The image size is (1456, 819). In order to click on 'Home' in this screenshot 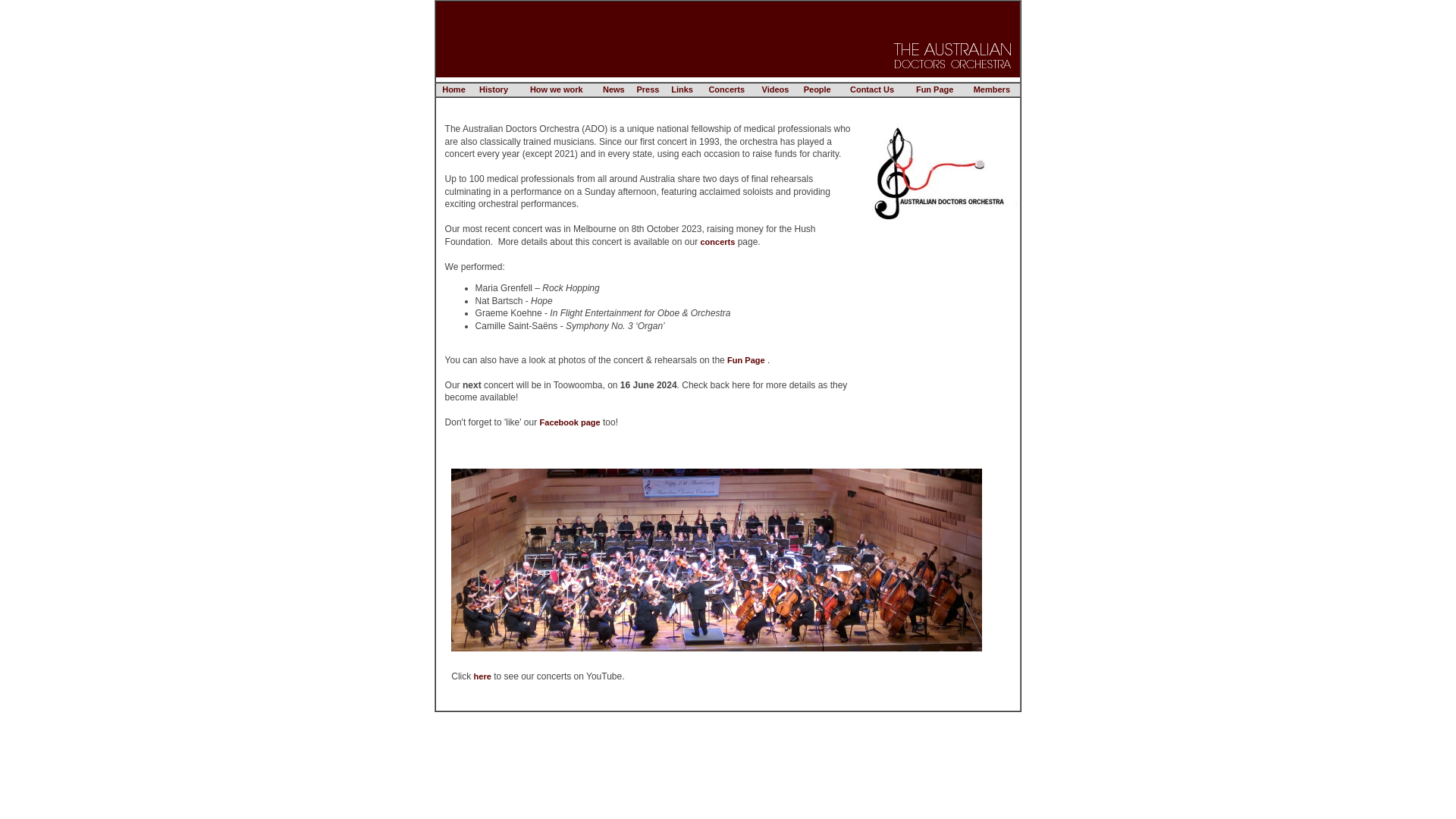, I will do `click(453, 89)`.